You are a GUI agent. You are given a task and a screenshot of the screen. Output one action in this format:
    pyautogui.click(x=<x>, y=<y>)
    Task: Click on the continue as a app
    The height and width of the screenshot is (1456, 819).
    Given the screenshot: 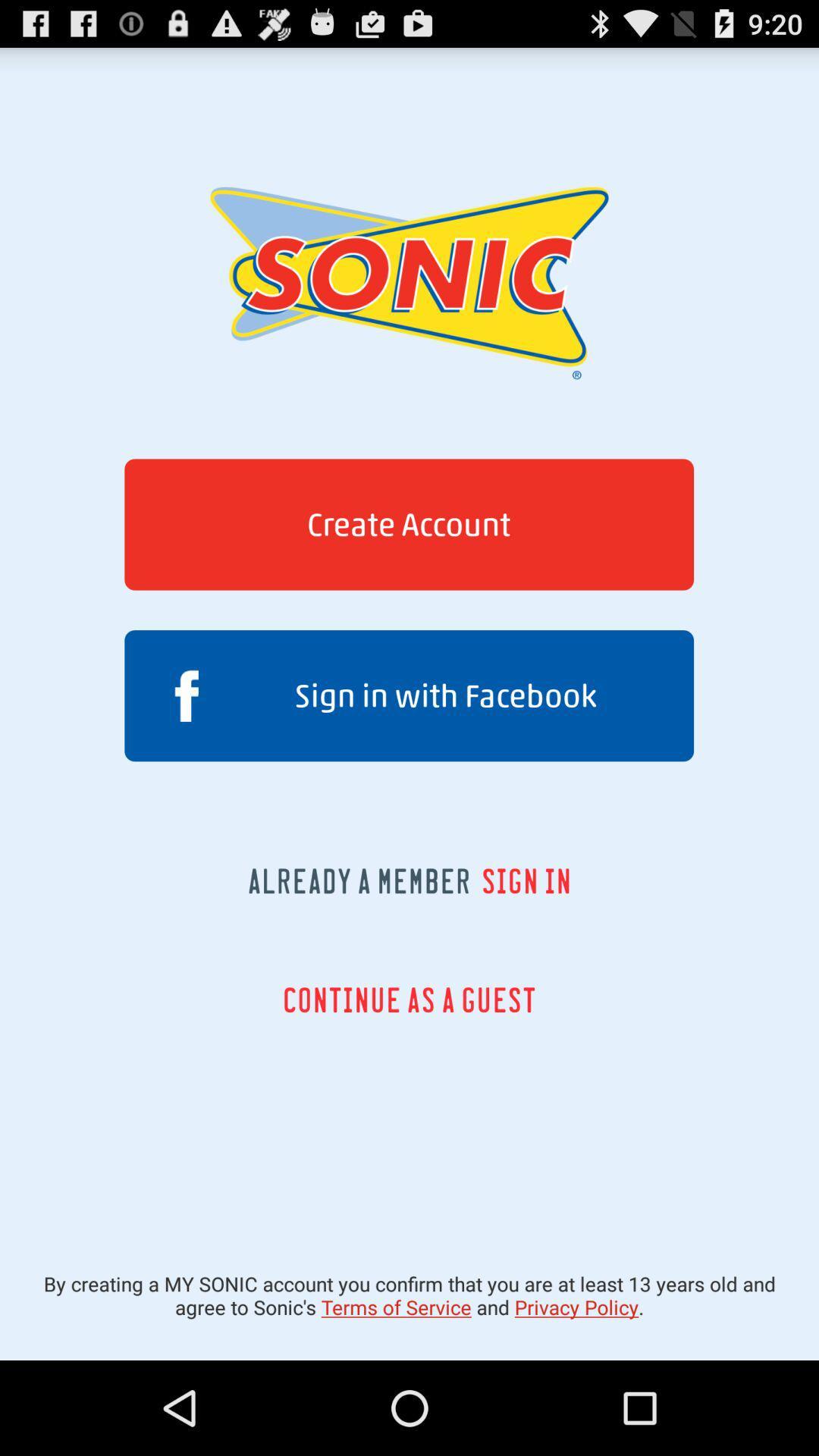 What is the action you would take?
    pyautogui.click(x=408, y=999)
    